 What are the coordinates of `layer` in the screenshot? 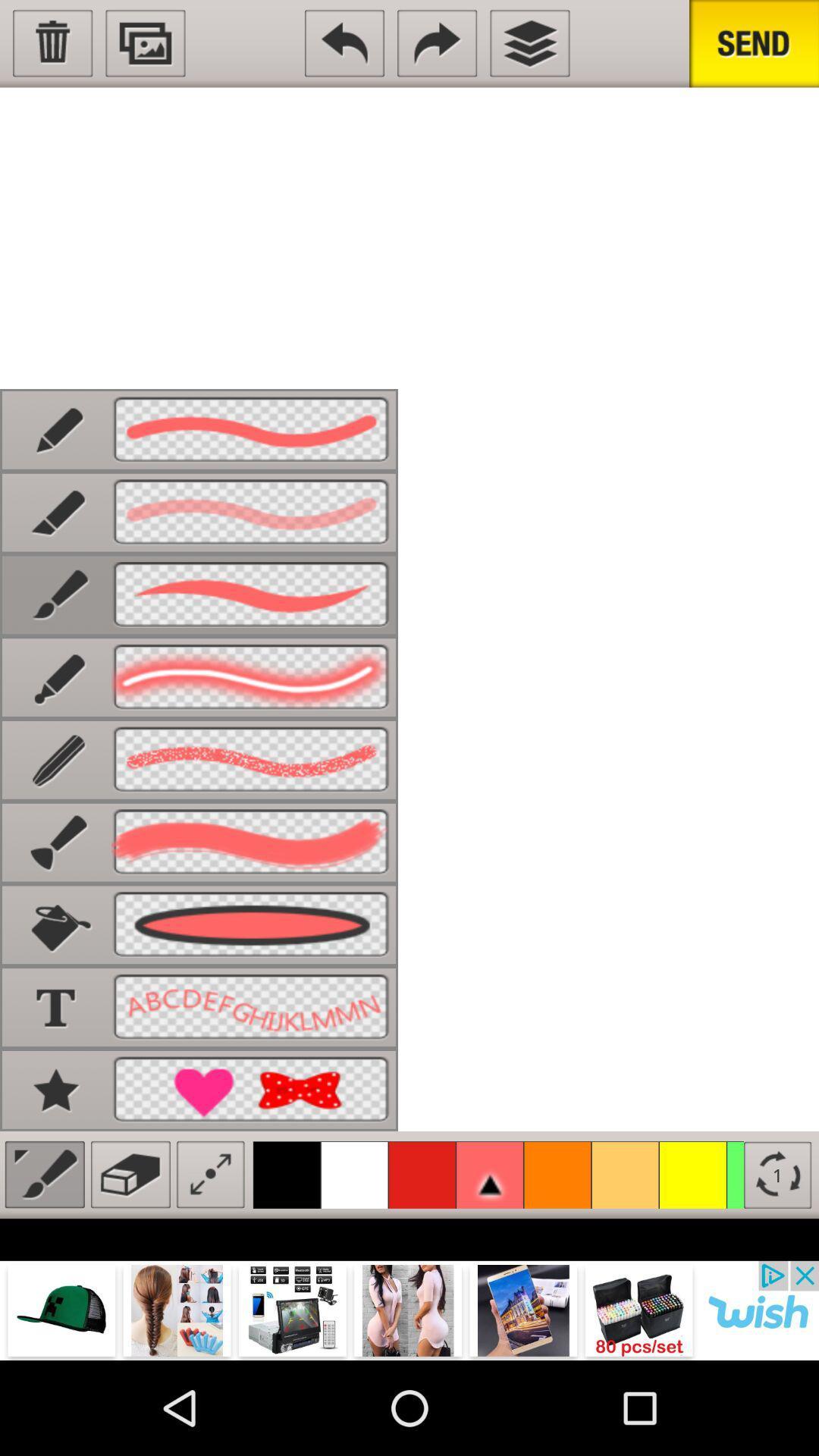 It's located at (529, 43).